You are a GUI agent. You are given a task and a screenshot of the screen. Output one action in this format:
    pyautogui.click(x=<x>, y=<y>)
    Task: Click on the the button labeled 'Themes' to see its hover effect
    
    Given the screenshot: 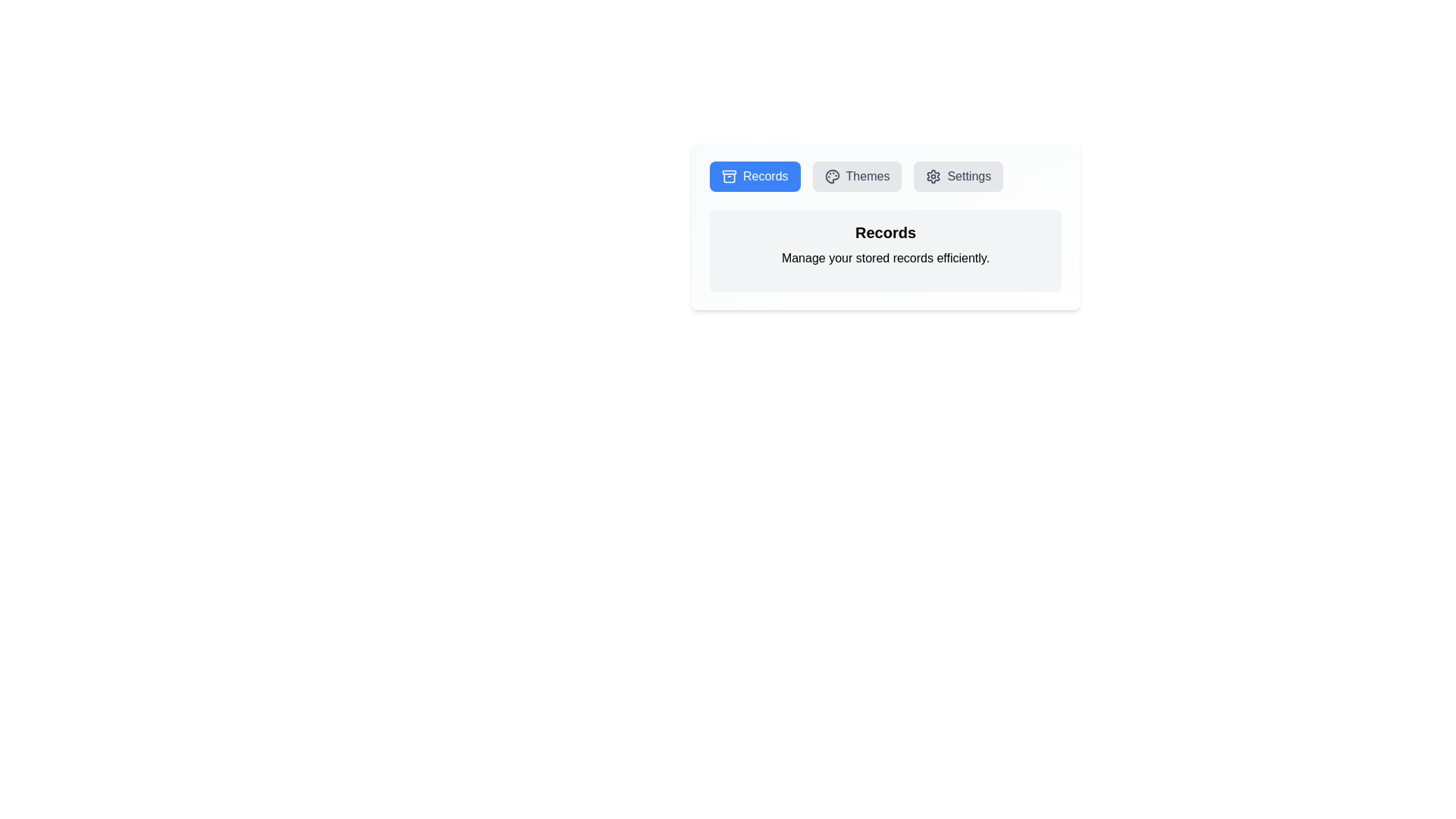 What is the action you would take?
    pyautogui.click(x=857, y=175)
    